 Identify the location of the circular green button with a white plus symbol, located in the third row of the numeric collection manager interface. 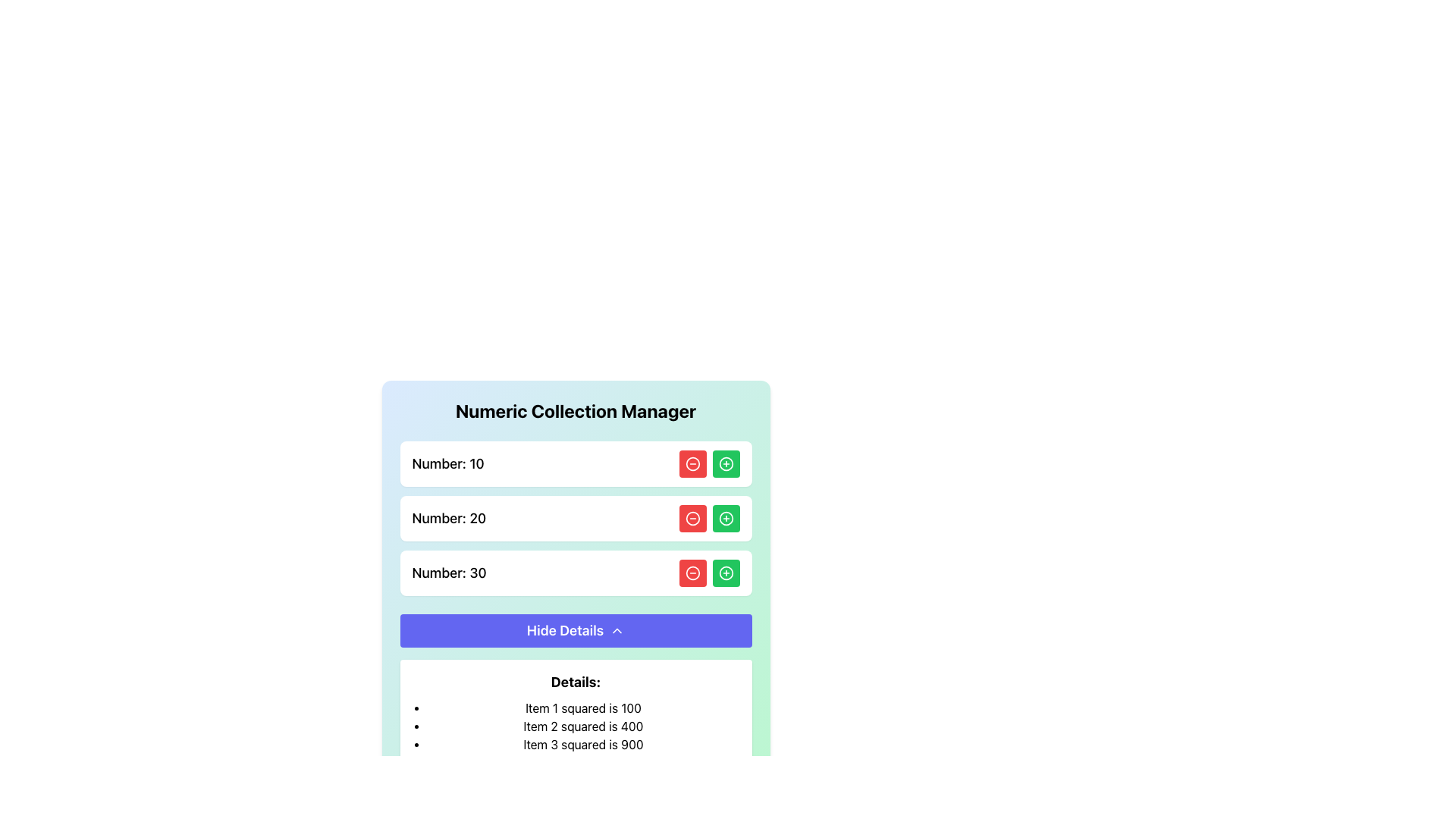
(725, 573).